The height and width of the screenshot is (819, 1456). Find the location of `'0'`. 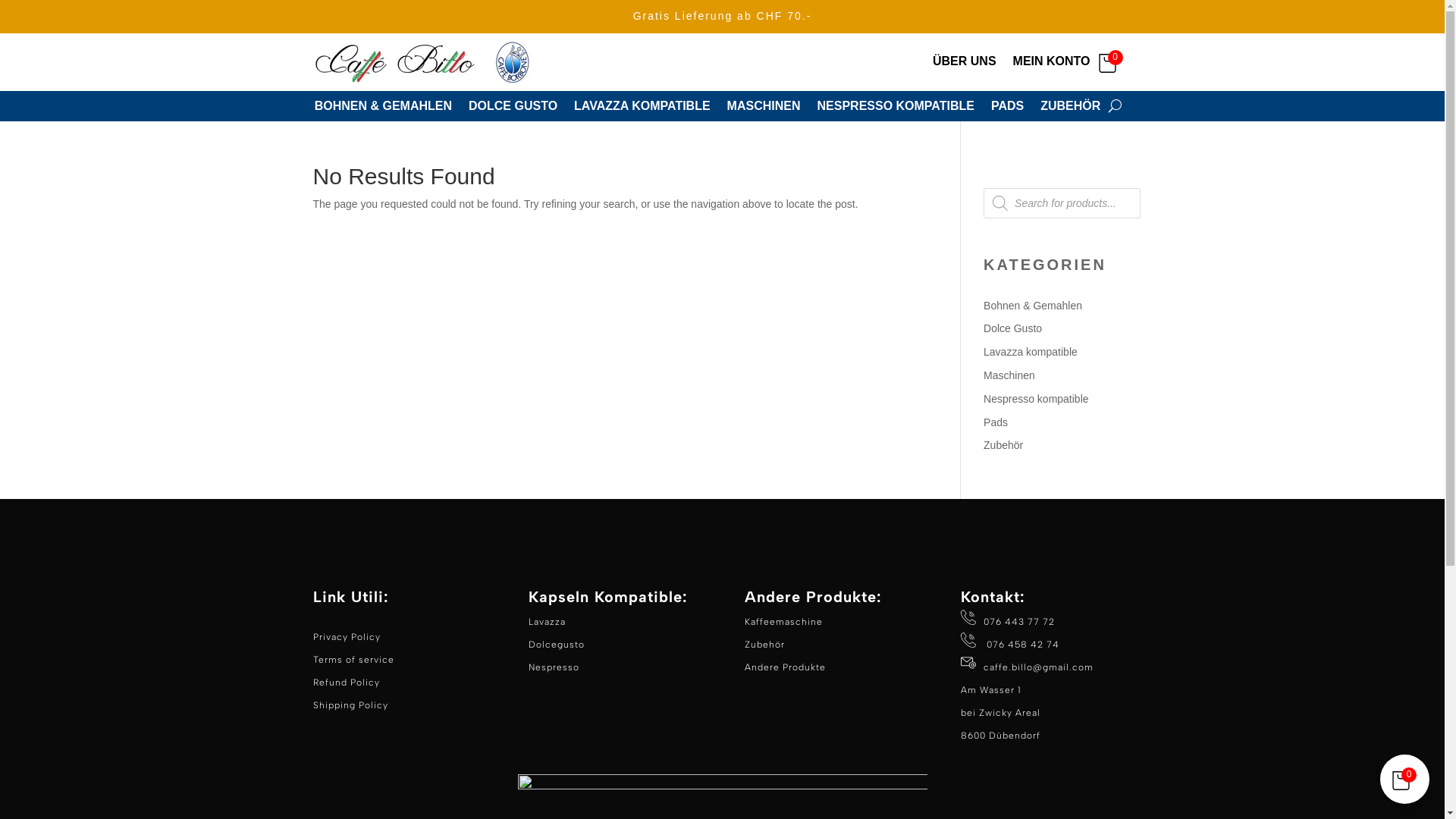

'0' is located at coordinates (1111, 61).